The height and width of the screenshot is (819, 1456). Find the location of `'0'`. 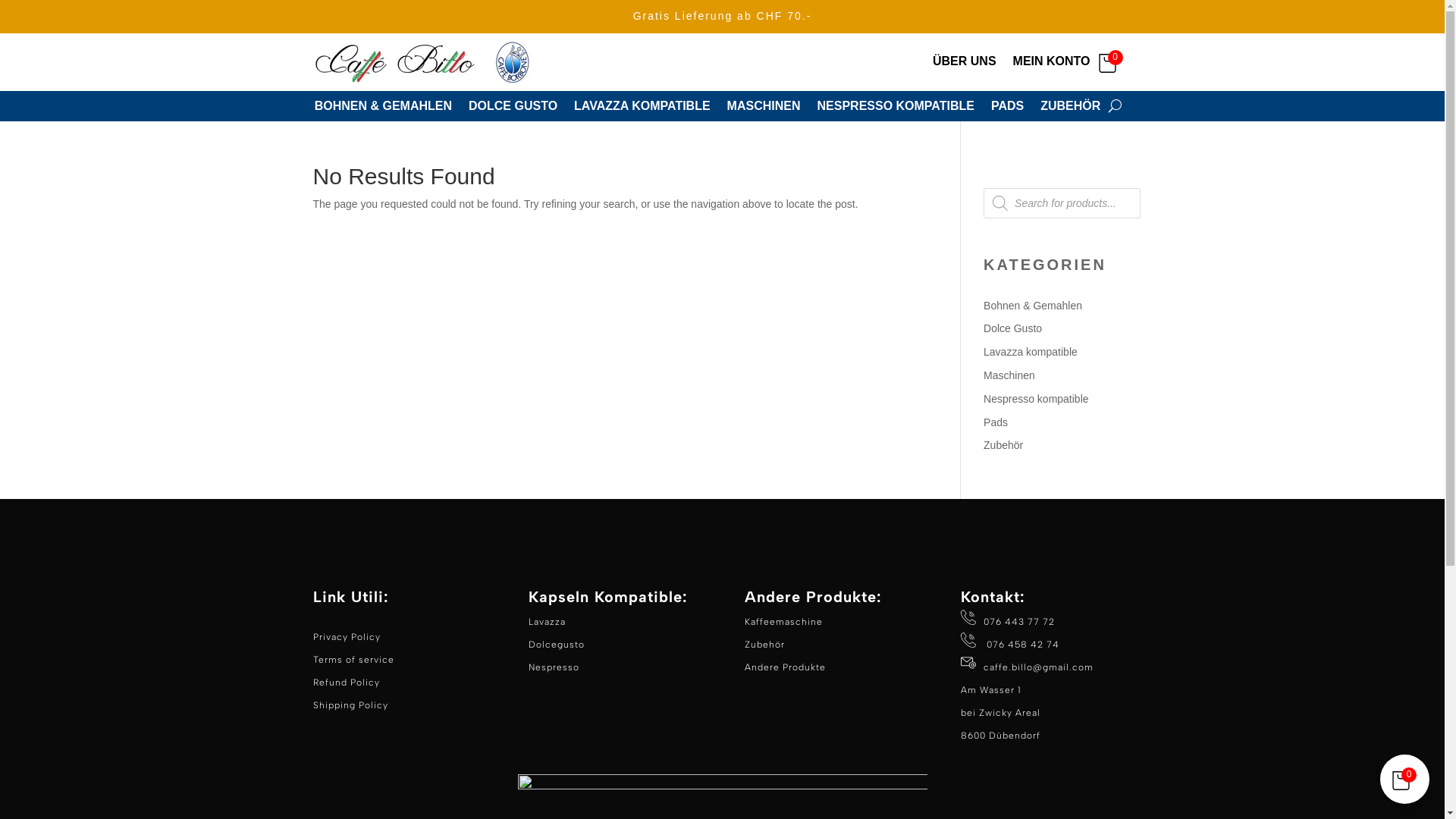

'0' is located at coordinates (1111, 61).